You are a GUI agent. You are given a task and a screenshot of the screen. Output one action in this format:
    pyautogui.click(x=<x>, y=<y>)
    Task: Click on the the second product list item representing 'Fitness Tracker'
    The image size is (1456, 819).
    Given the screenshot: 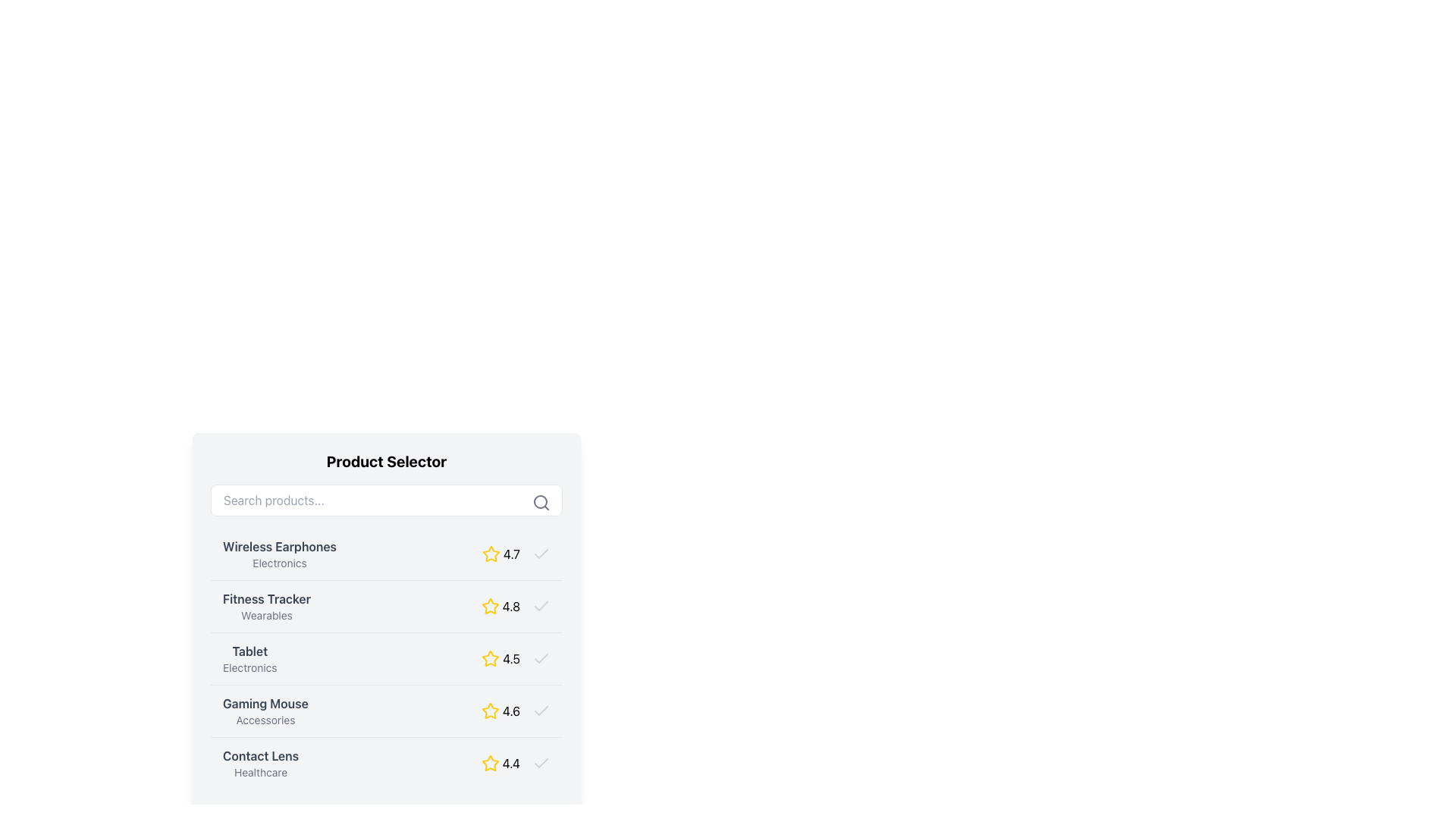 What is the action you would take?
    pyautogui.click(x=386, y=605)
    